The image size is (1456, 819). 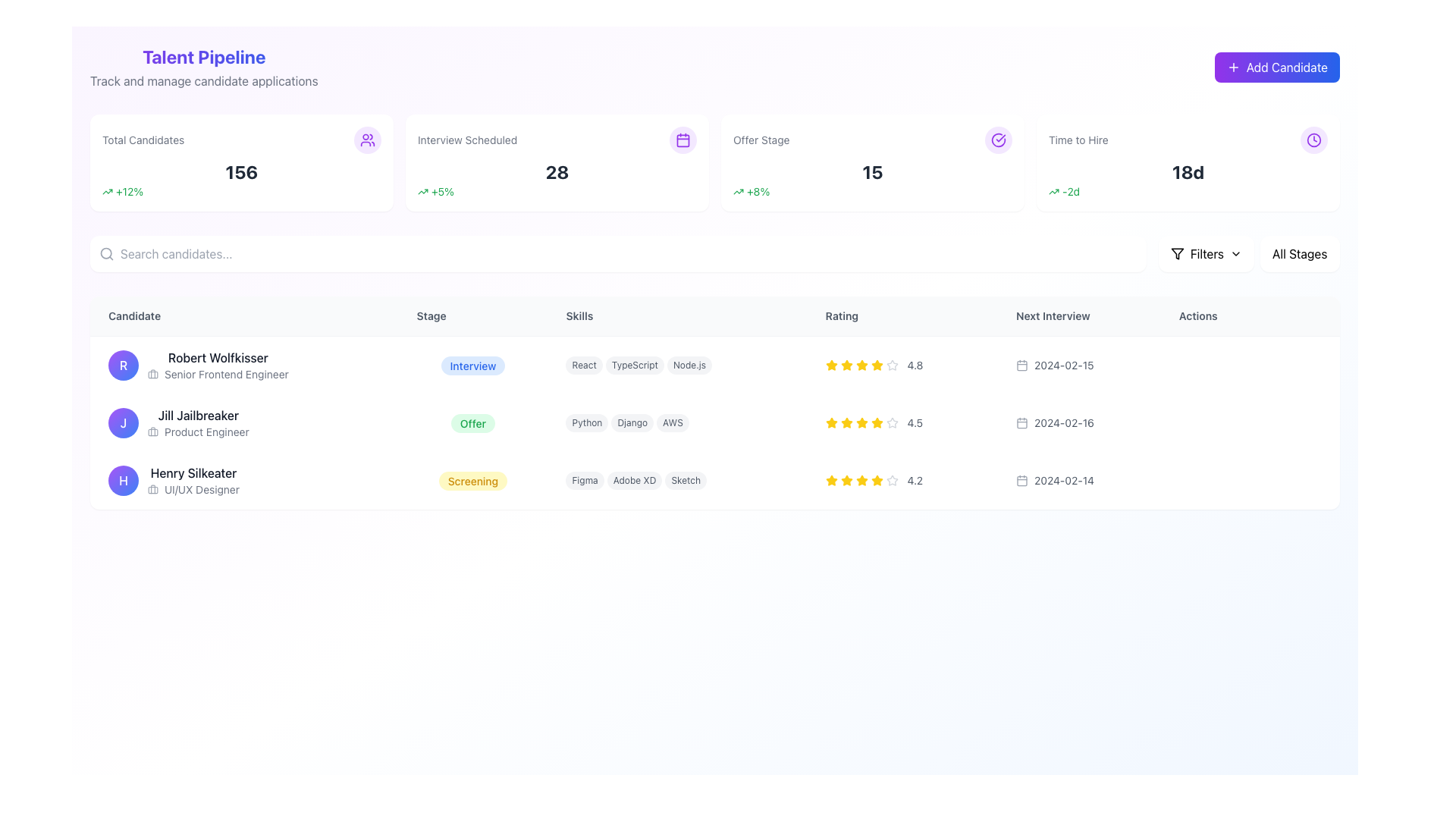 What do you see at coordinates (240, 163) in the screenshot?
I see `the Informational card displaying candidate metrics, located at the top-left corner of the grid layout` at bounding box center [240, 163].